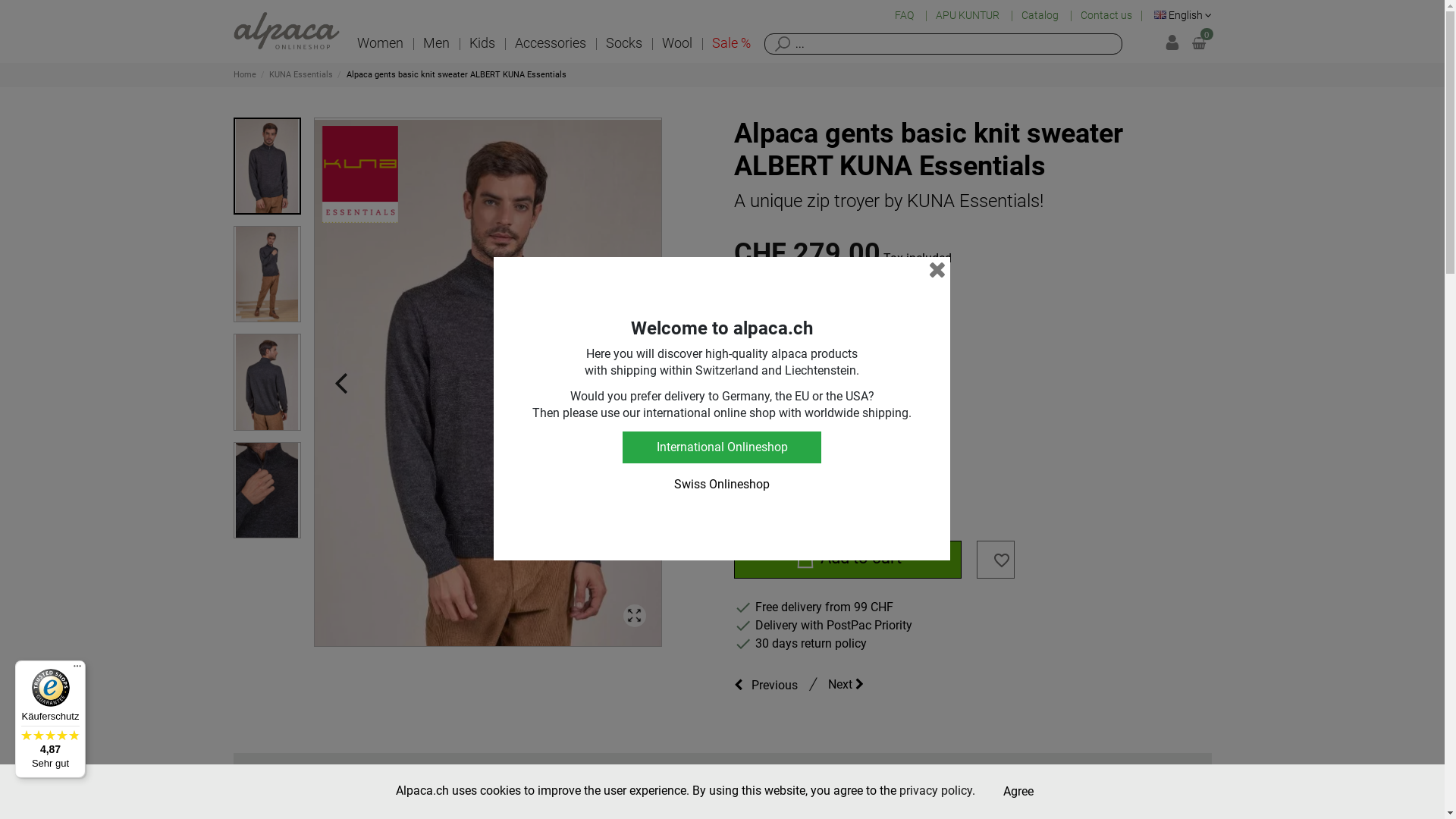 This screenshot has width=1456, height=819. What do you see at coordinates (905, 15) in the screenshot?
I see `'FAQ'` at bounding box center [905, 15].